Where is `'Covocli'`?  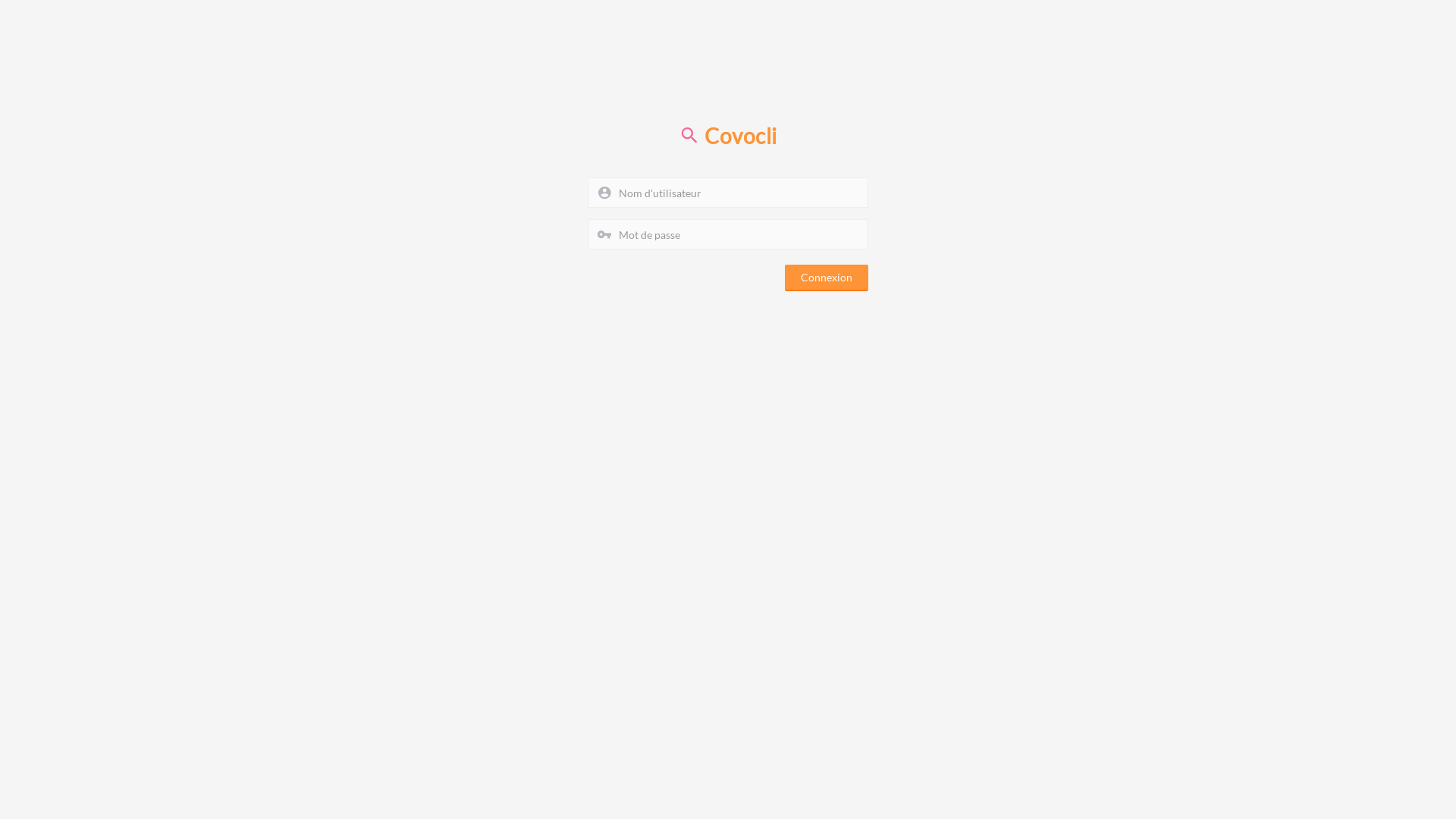
'Covocli' is located at coordinates (677, 134).